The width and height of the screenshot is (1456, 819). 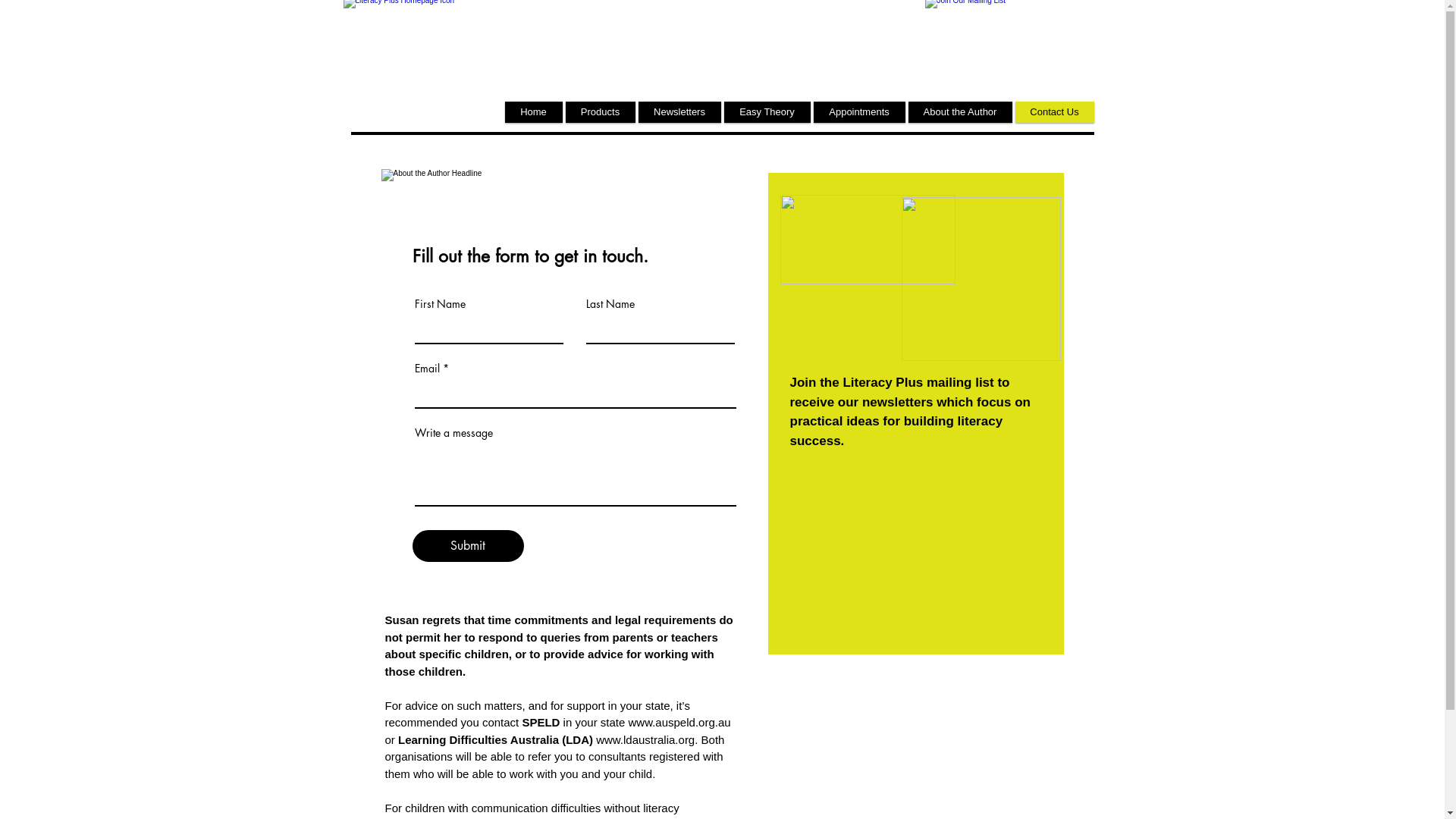 I want to click on 'Submit', so click(x=467, y=546).